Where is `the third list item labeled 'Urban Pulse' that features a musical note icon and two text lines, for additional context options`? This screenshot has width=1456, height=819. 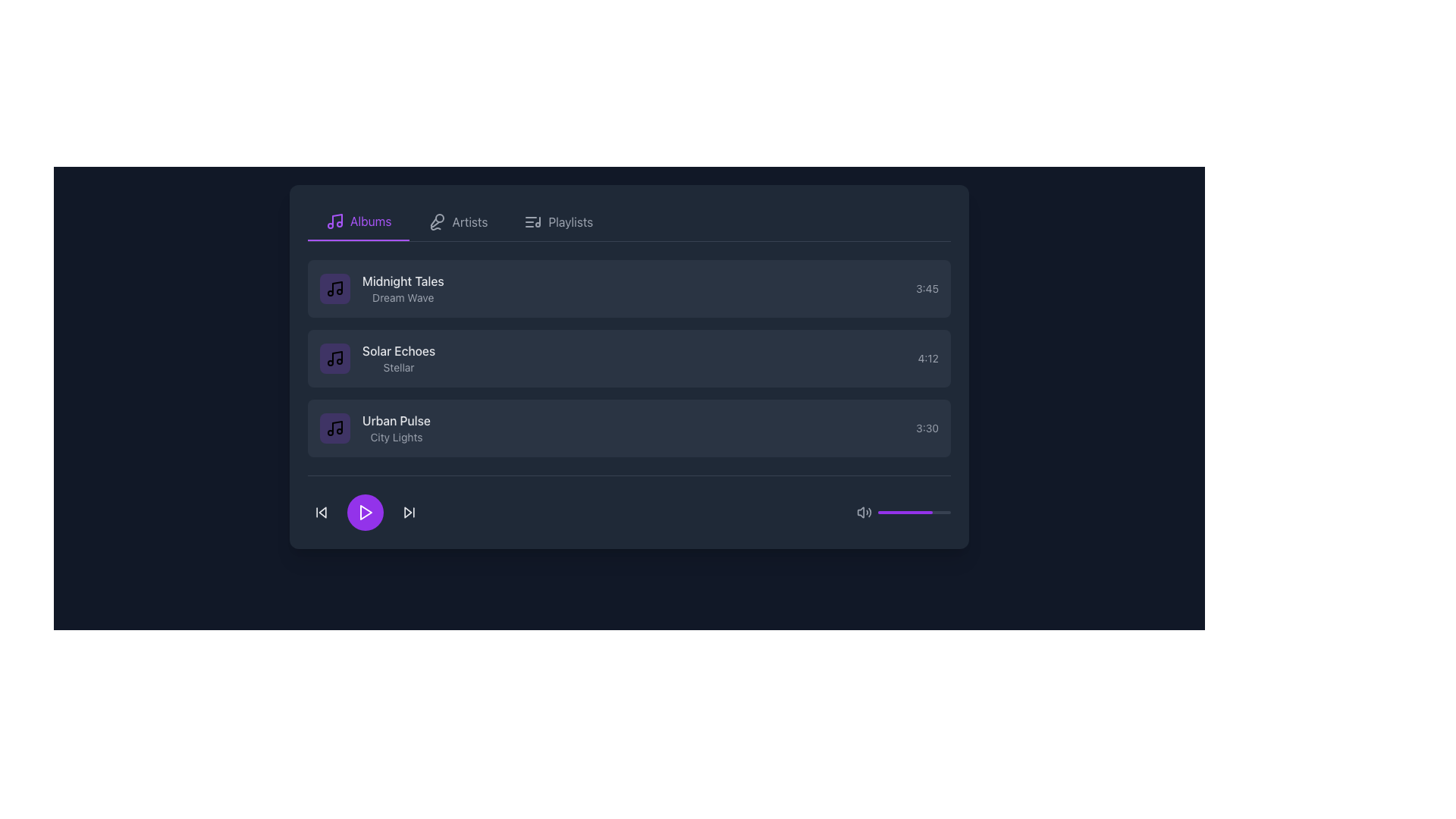
the third list item labeled 'Urban Pulse' that features a musical note icon and two text lines, for additional context options is located at coordinates (375, 428).